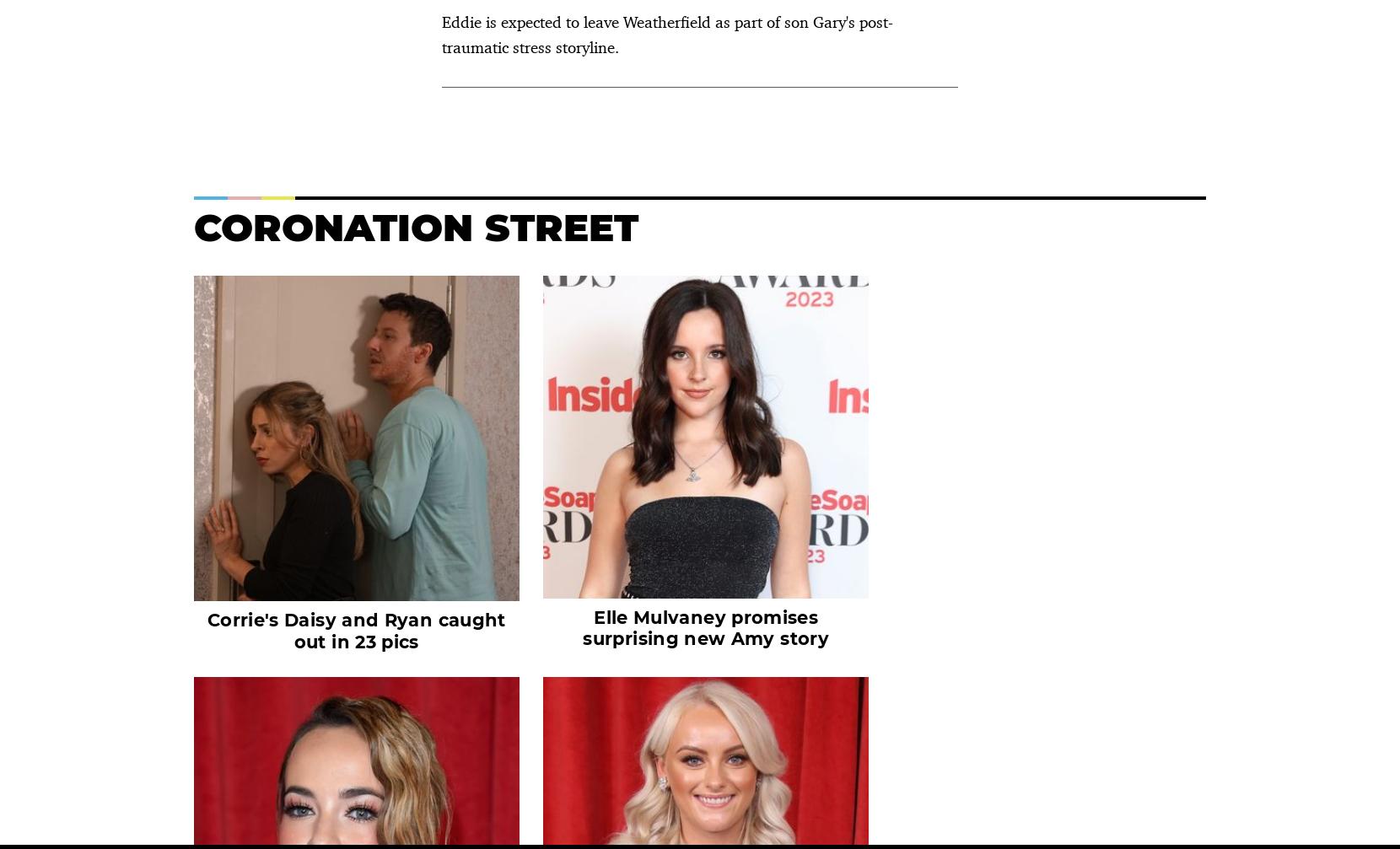 The image size is (1400, 849). What do you see at coordinates (967, 357) in the screenshot?
I see `'Neighbours'` at bounding box center [967, 357].